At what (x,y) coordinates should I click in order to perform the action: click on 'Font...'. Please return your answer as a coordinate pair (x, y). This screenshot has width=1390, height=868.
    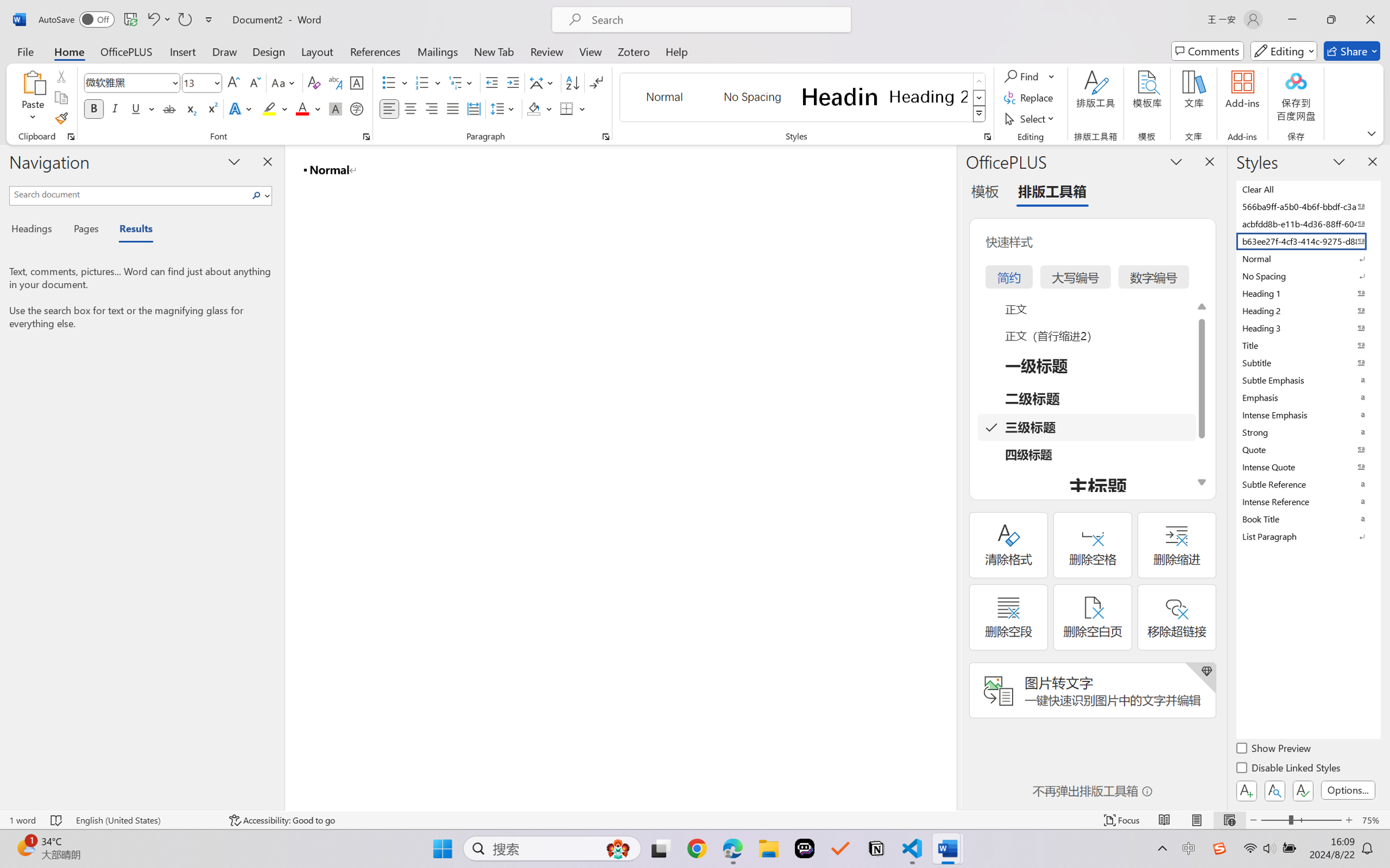
    Looking at the image, I should click on (366, 136).